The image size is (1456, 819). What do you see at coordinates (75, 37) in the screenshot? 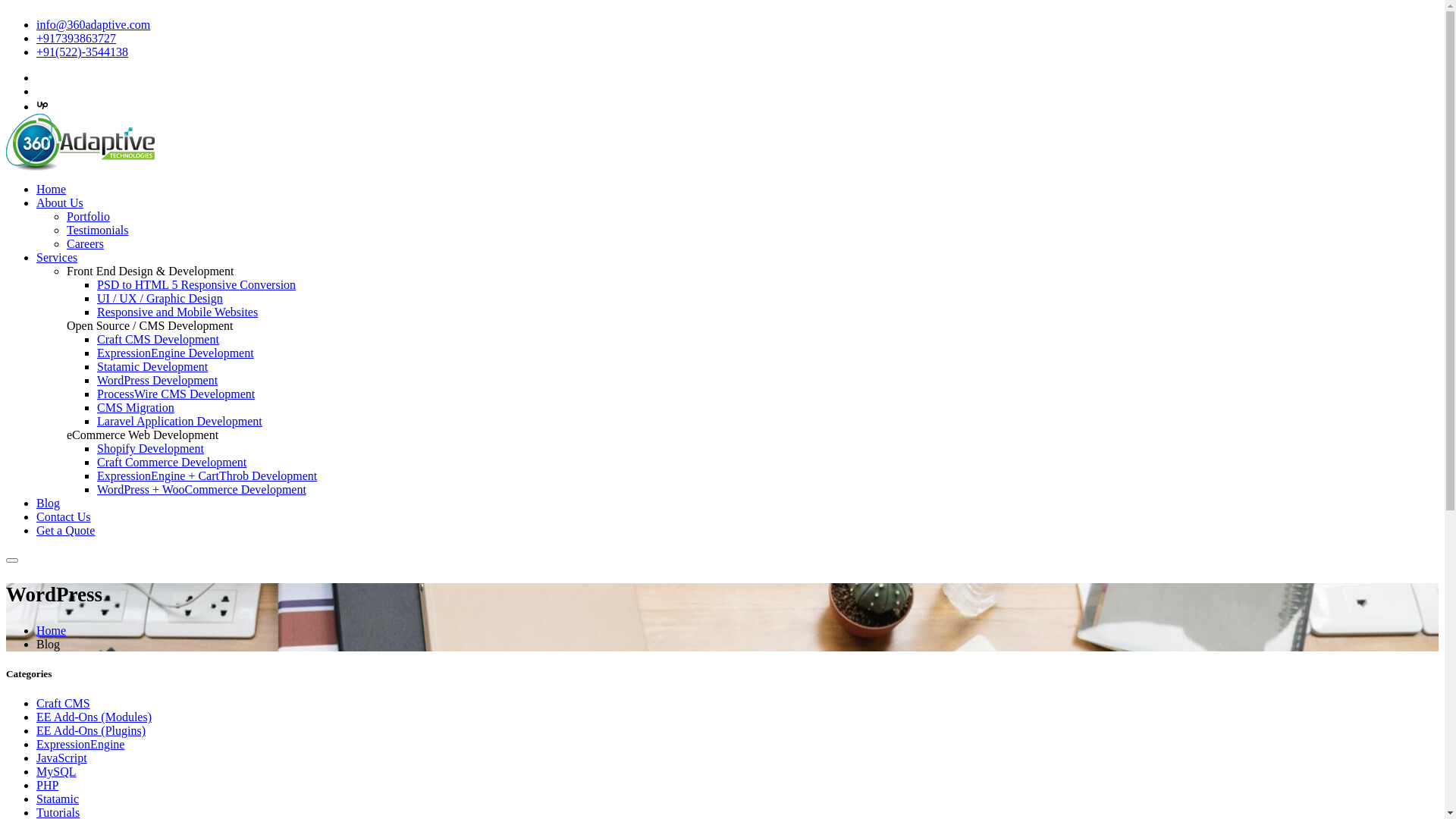
I see `'+917393863727'` at bounding box center [75, 37].